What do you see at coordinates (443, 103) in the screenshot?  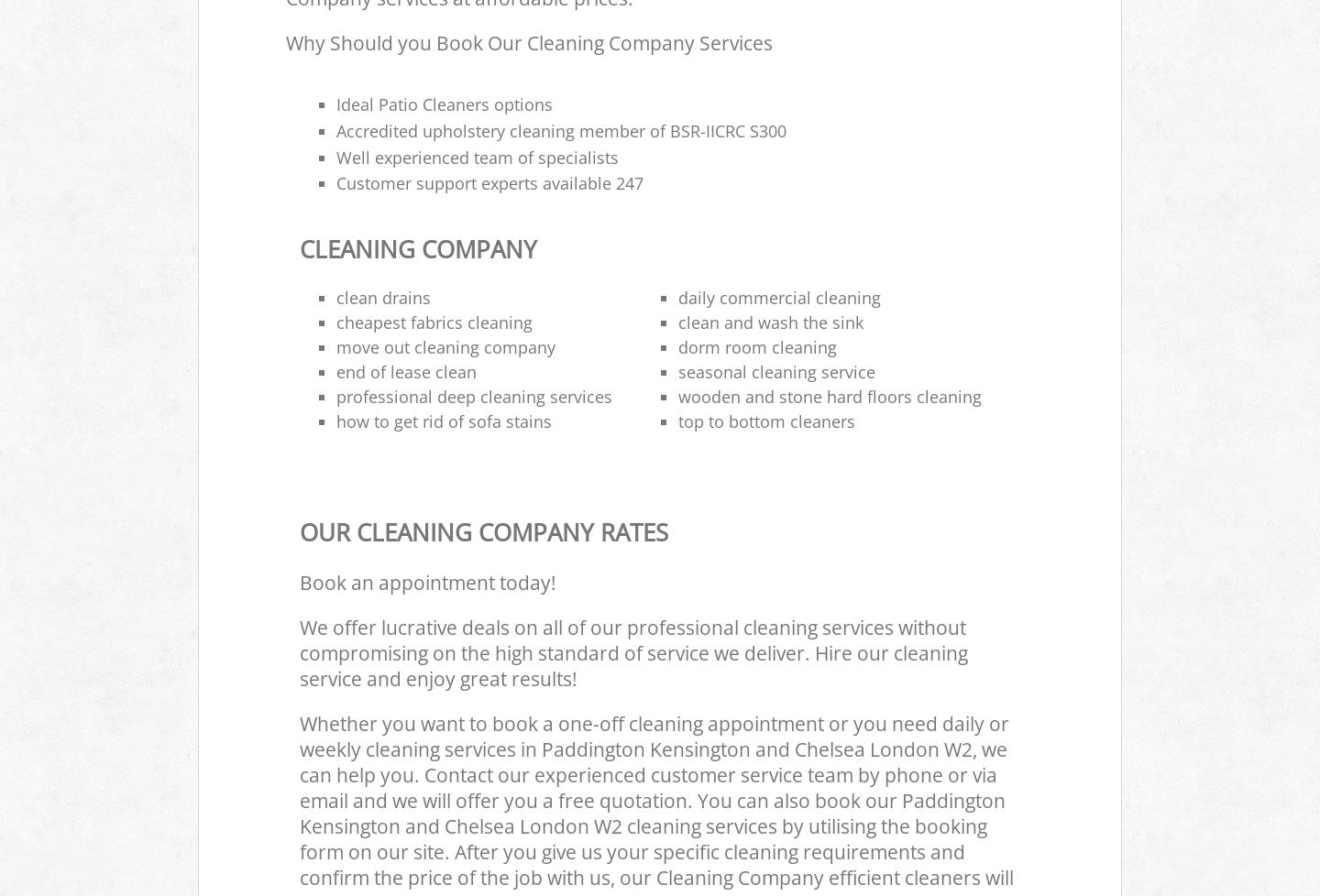 I see `'Ideal Patio Cleaners options'` at bounding box center [443, 103].